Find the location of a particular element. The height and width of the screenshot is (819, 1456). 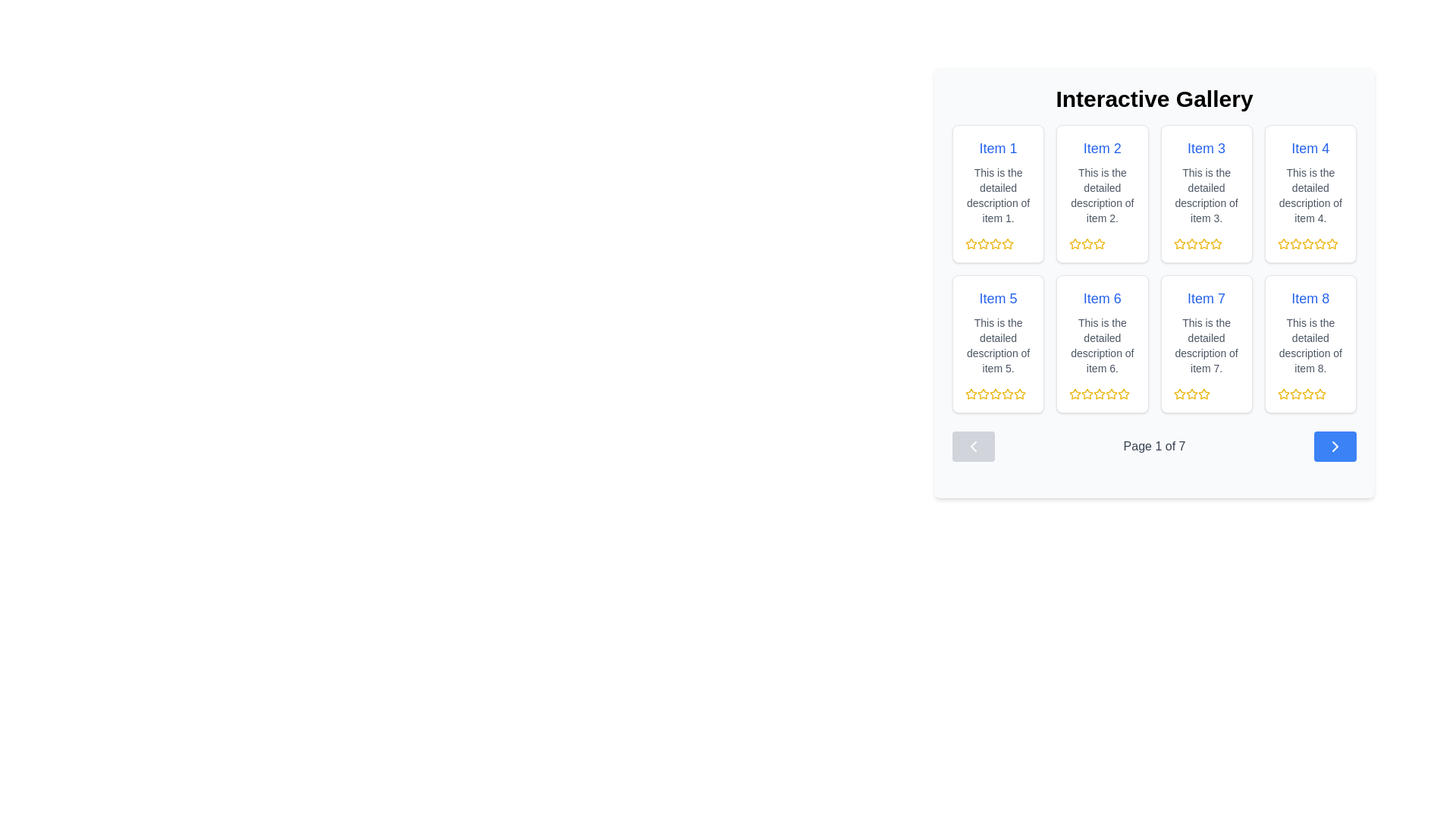

the second star in the rating system located in the fourth slot of the first row of the gallery is located at coordinates (1282, 243).